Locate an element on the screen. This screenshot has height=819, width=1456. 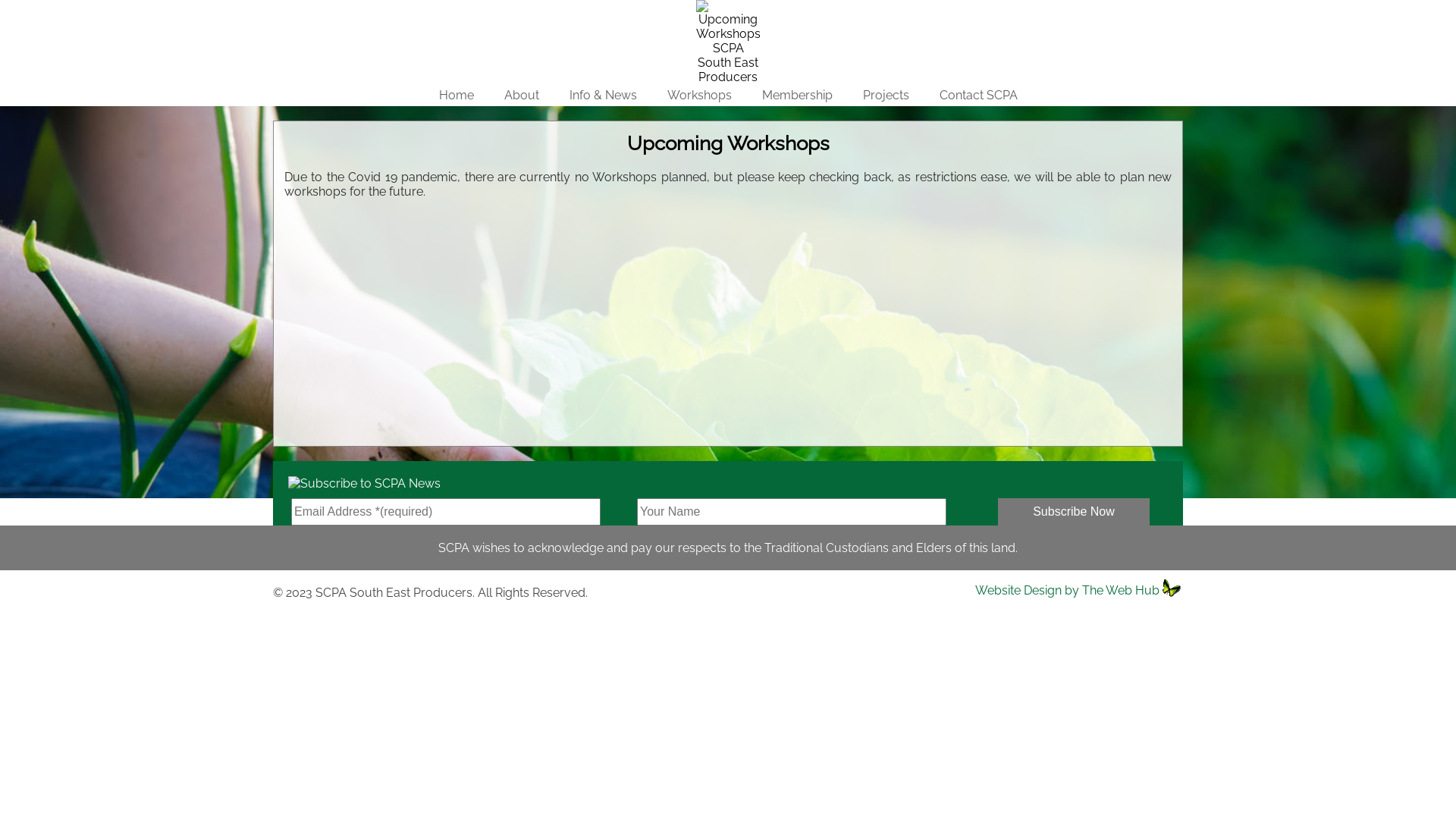
'Projects' is located at coordinates (886, 11).